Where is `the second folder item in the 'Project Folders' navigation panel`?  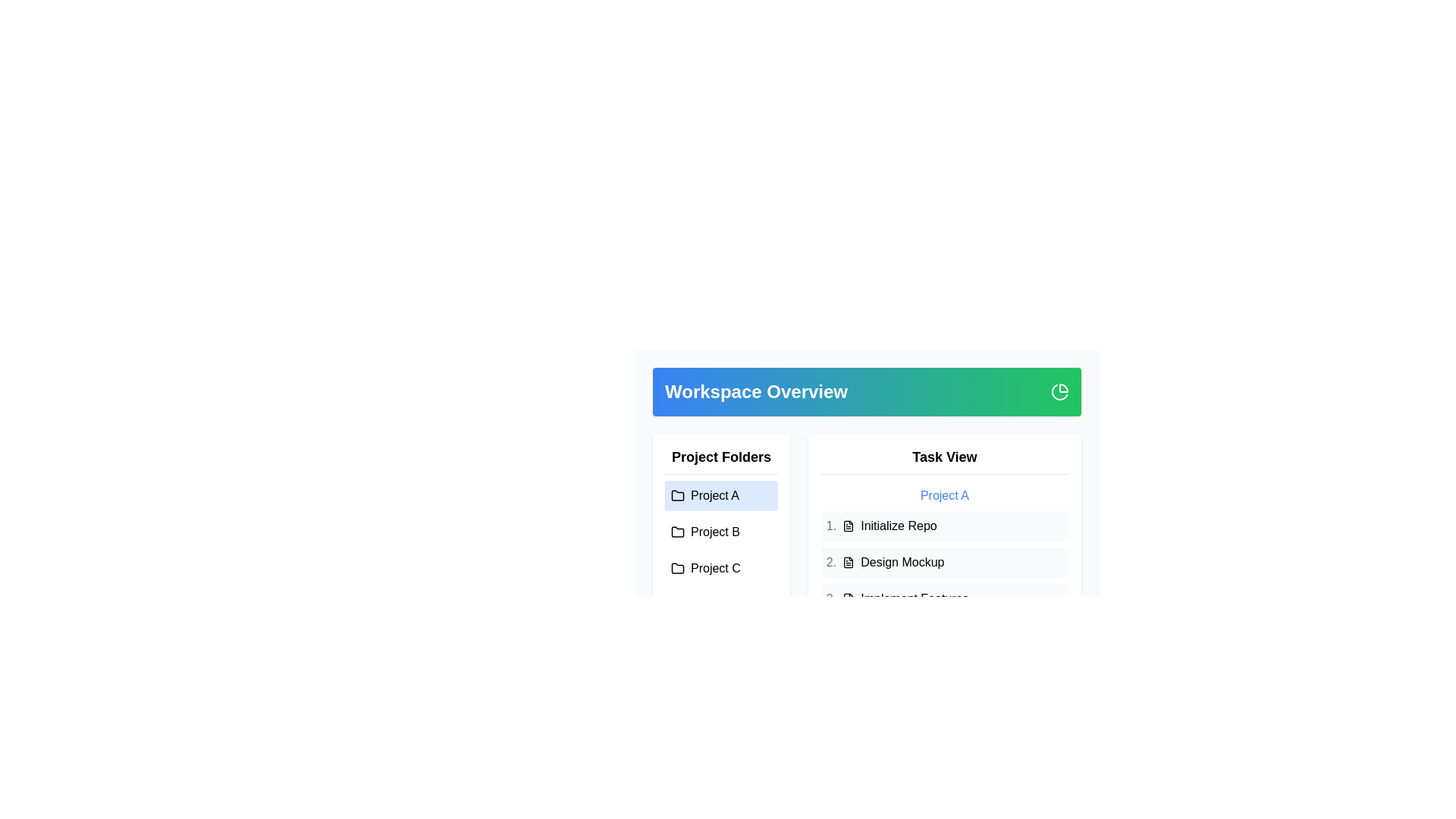
the second folder item in the 'Project Folders' navigation panel is located at coordinates (720, 529).